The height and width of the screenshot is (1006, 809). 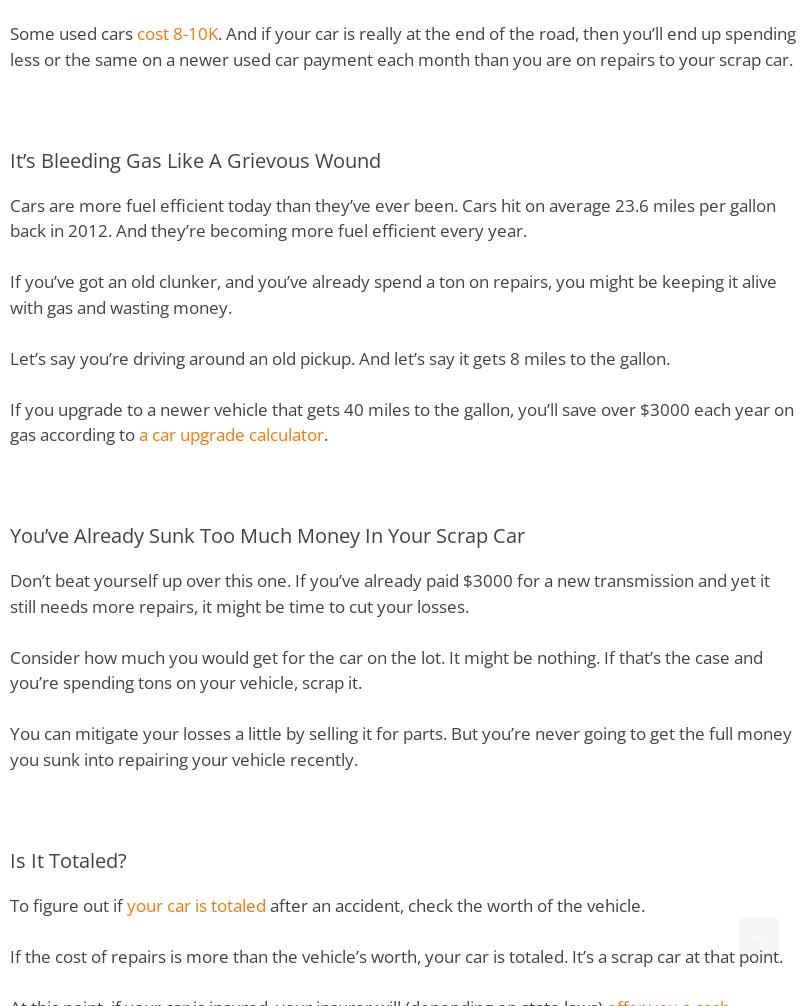 I want to click on 'If the cost of repairs is more than the vehicle’s worth, your car is totaled. It’s a scrap car at that point.', so click(x=10, y=954).